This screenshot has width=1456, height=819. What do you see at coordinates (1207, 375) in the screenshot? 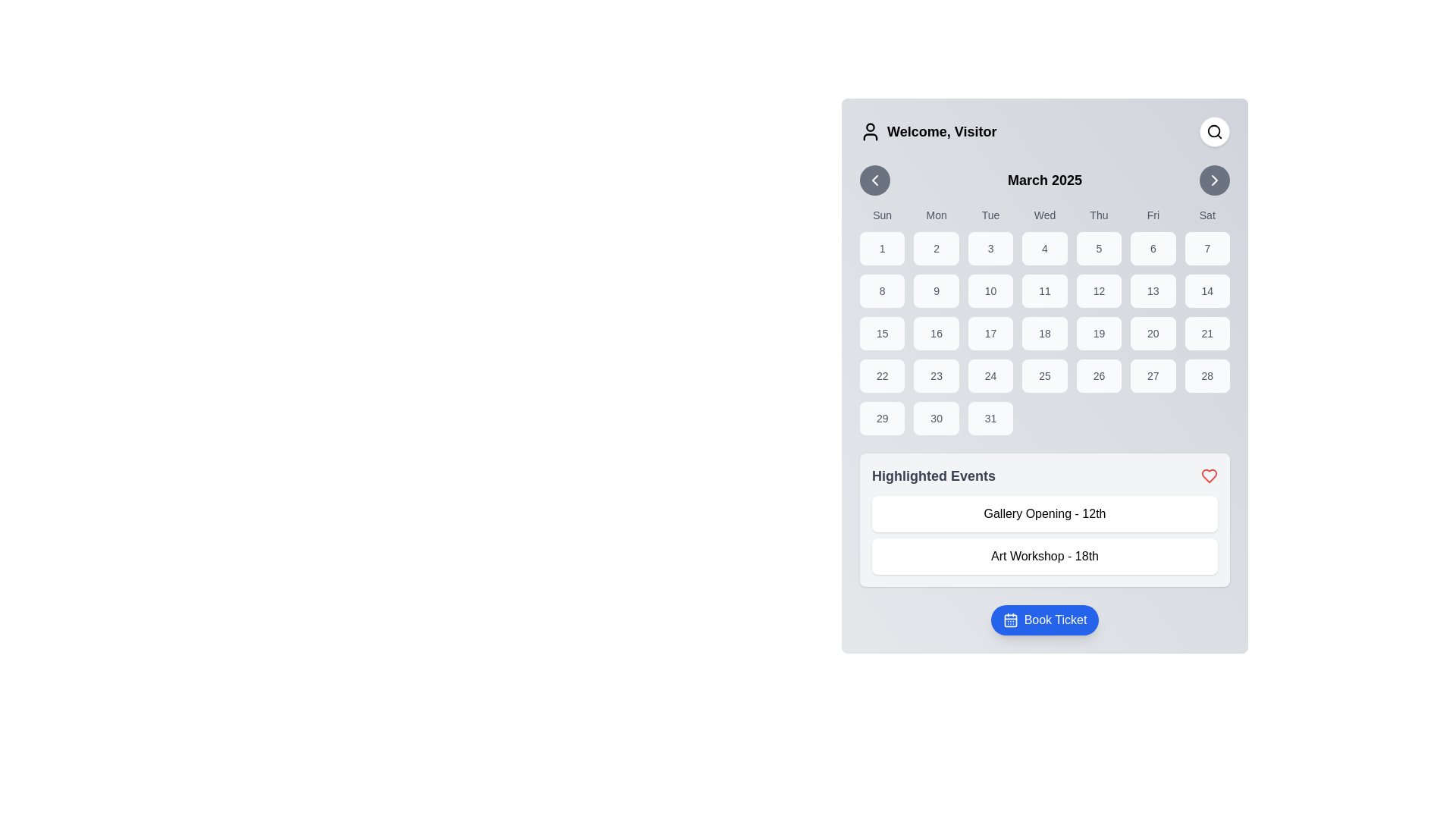
I see `the button labeled '28' at the bottom-right corner of the calendar grid` at bounding box center [1207, 375].